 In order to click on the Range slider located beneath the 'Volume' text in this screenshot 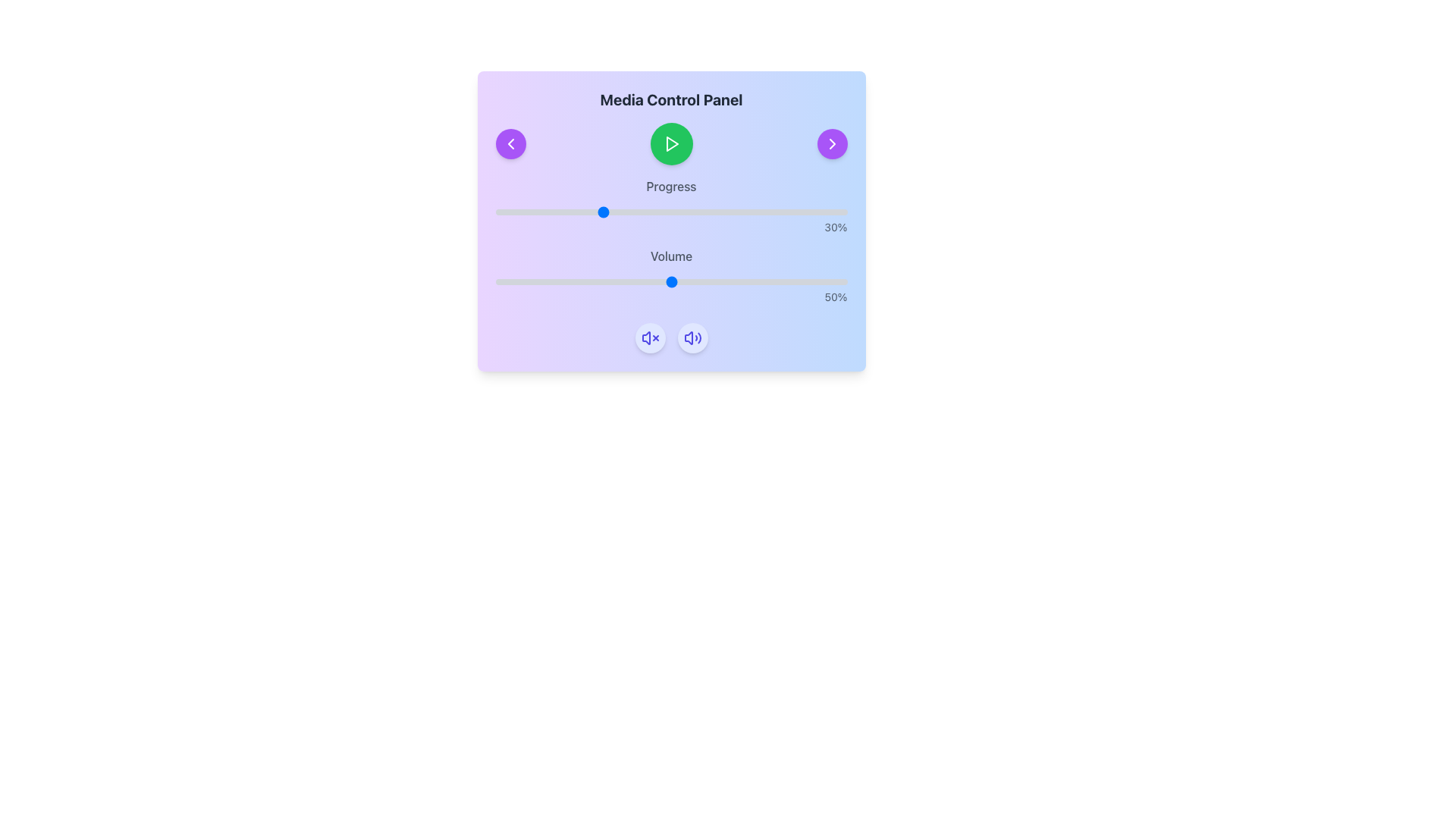, I will do `click(670, 281)`.